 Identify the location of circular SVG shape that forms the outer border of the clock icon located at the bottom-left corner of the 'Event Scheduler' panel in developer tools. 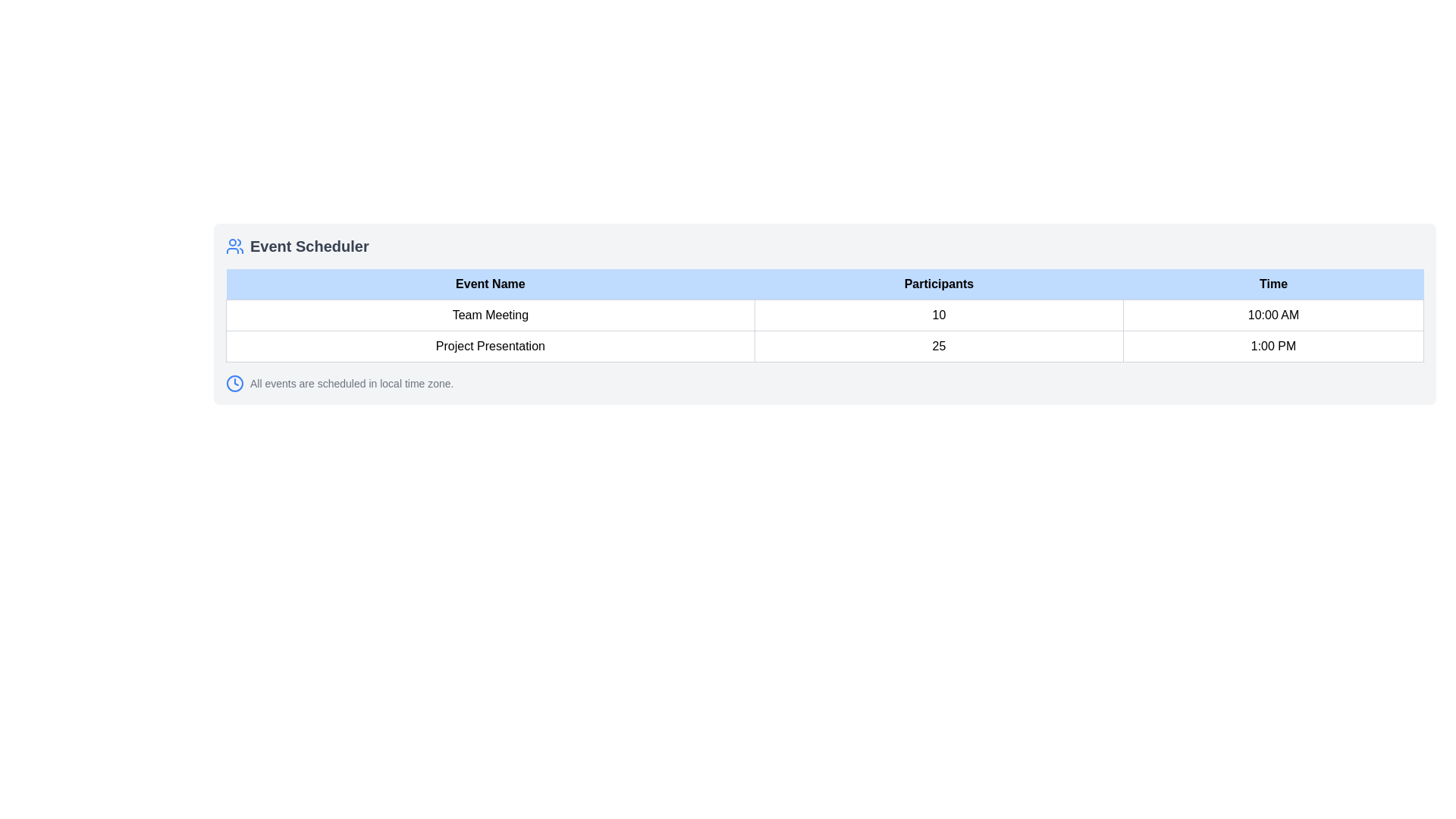
(234, 382).